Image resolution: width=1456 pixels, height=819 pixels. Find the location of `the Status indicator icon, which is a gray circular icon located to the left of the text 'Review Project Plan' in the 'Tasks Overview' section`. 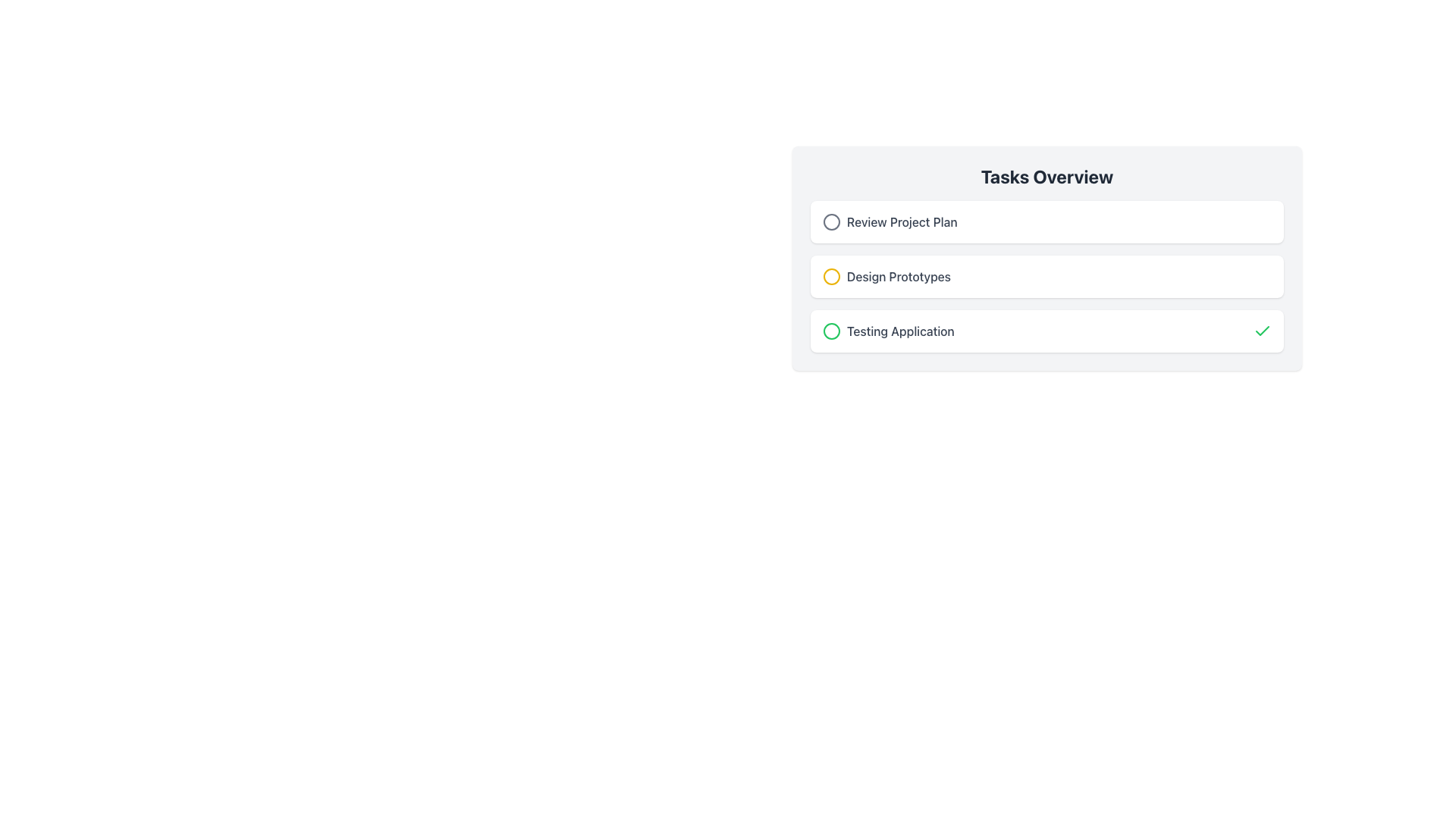

the Status indicator icon, which is a gray circular icon located to the left of the text 'Review Project Plan' in the 'Tasks Overview' section is located at coordinates (831, 222).